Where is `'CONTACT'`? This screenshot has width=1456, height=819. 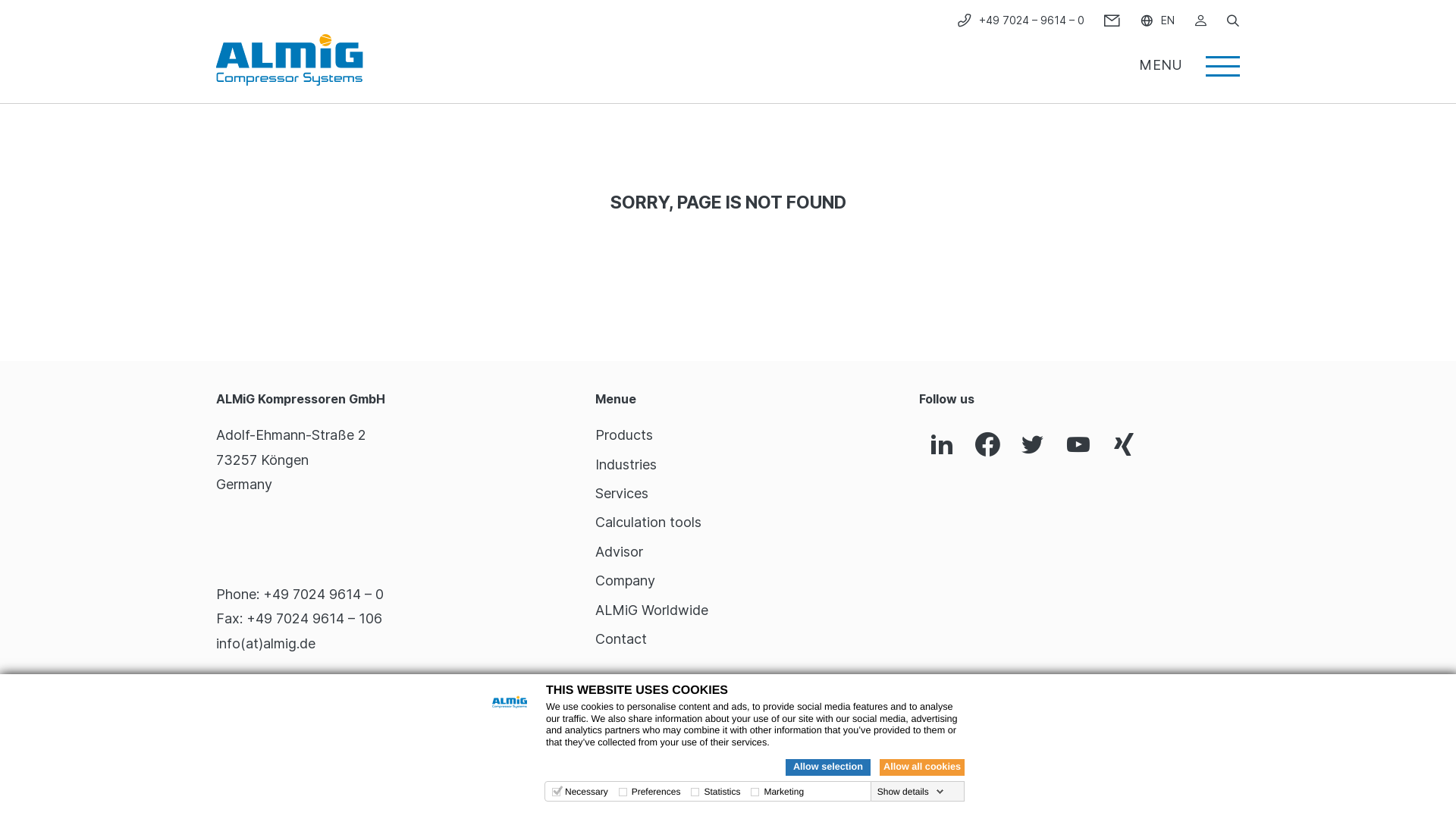
'CONTACT' is located at coordinates (1112, 20).